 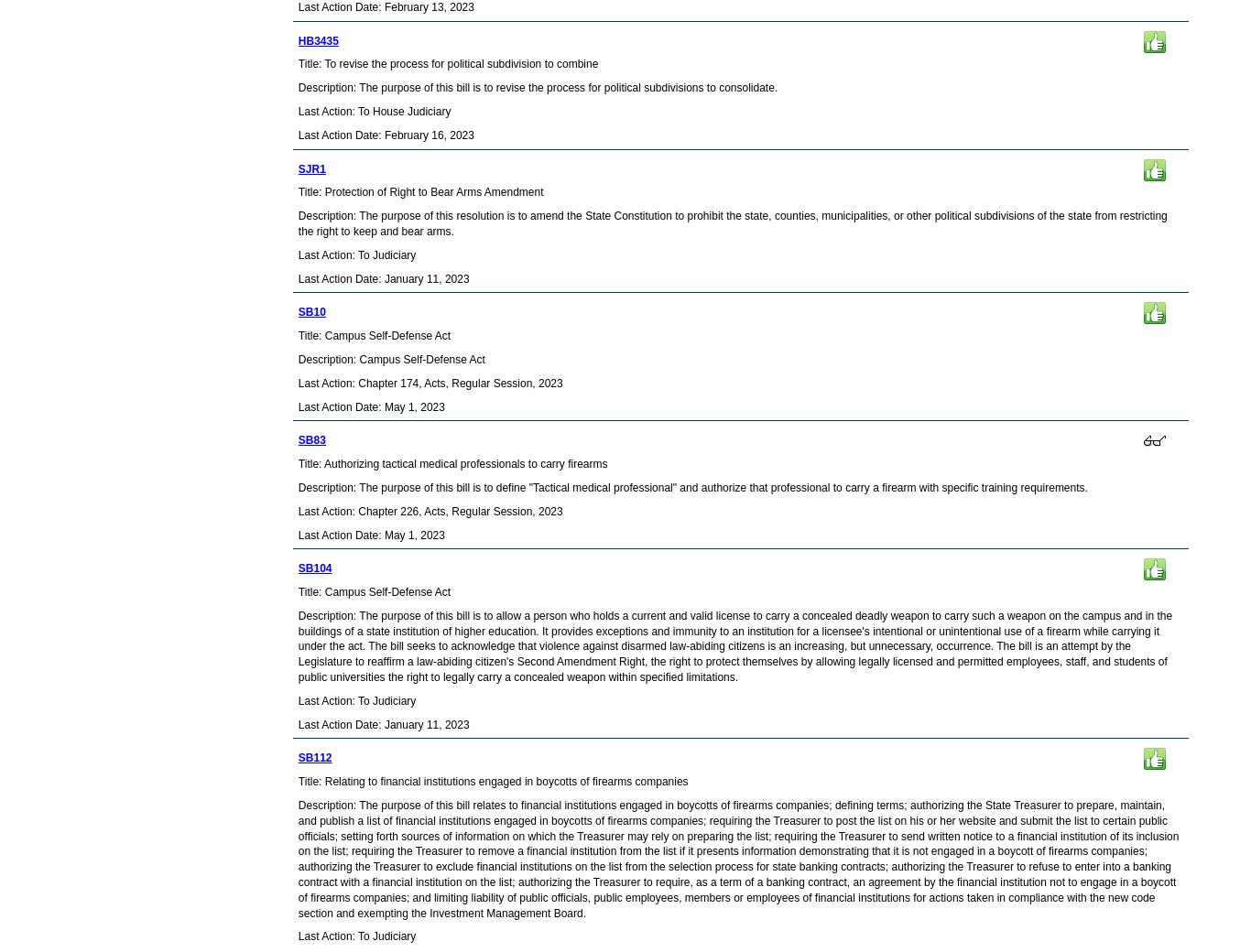 What do you see at coordinates (297, 222) in the screenshot?
I see `'Description: The purpose of this resolution is to amend the State Constitution to prohibit the state, counties, municipalities, or other political subdivisions of the state from restricting the right to keep and bear arms.'` at bounding box center [297, 222].